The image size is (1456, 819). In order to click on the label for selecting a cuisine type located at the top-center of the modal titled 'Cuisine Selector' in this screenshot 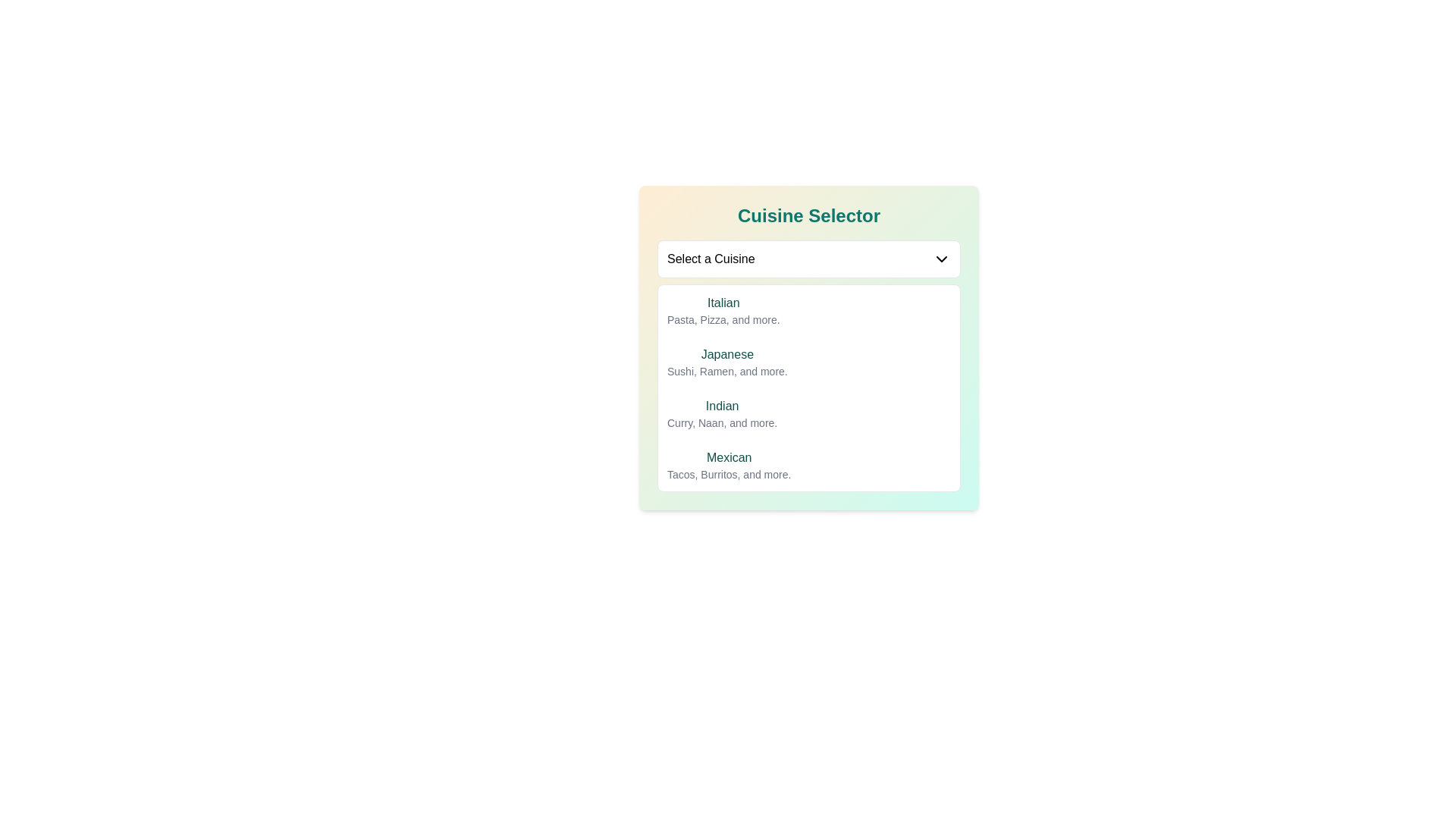, I will do `click(710, 259)`.